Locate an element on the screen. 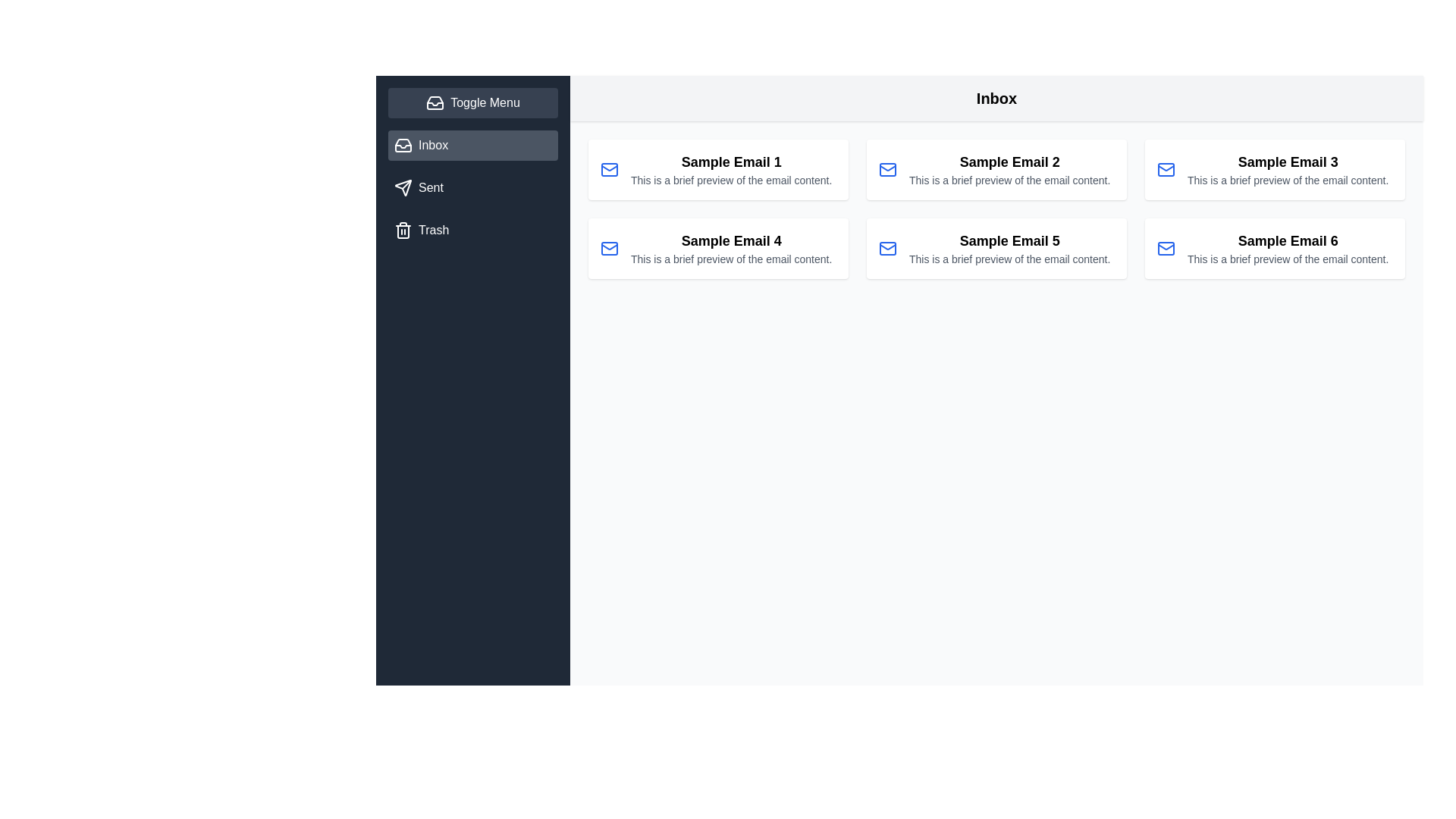 The height and width of the screenshot is (819, 1456). the outlined inbox icon located within the 'Inbox' button of the vertical navigation menu, positioned below the 'Toggle Menu' button is located at coordinates (403, 146).